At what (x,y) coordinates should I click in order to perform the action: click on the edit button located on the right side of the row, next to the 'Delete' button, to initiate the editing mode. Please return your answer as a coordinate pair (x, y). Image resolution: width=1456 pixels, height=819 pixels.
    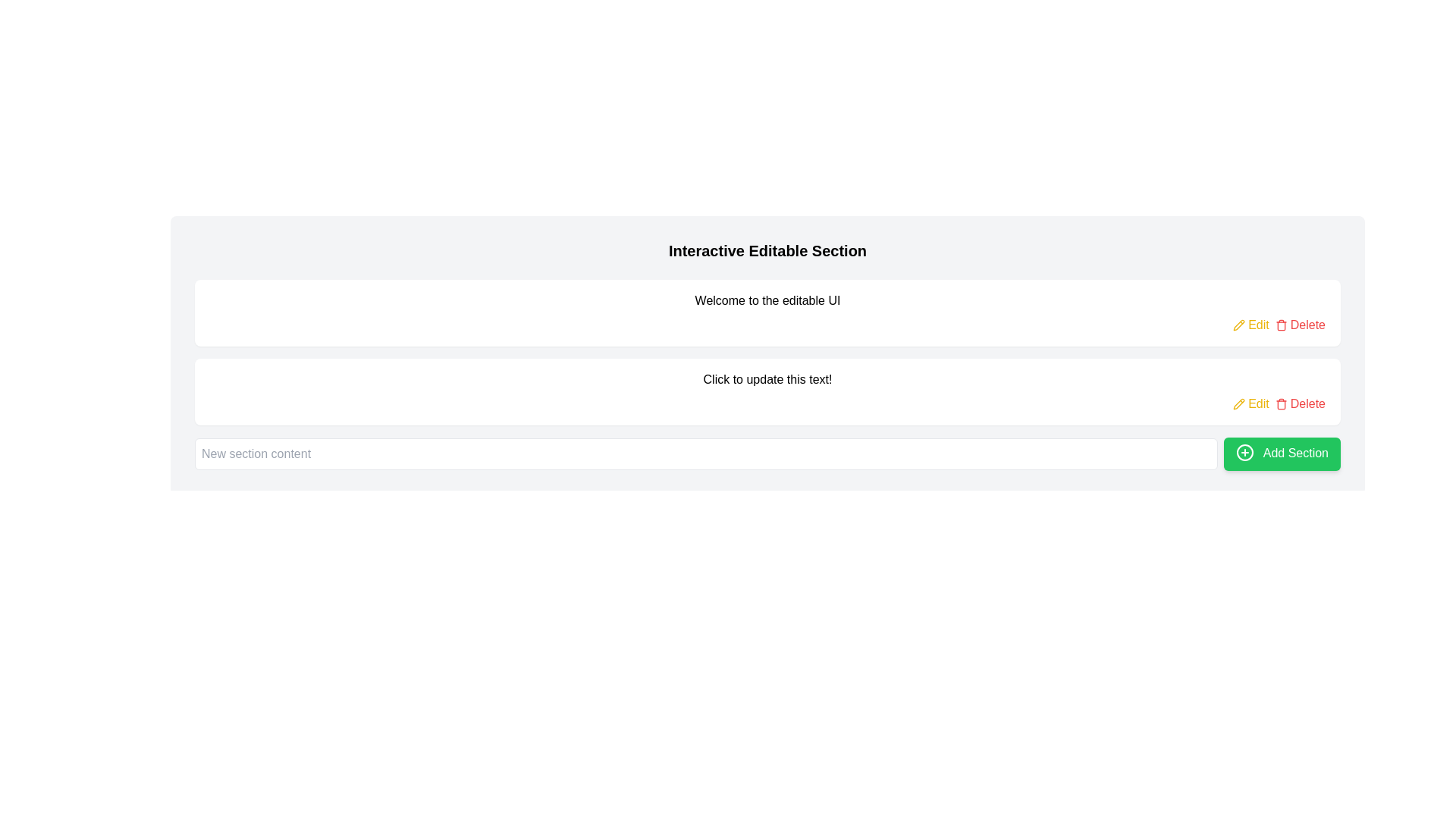
    Looking at the image, I should click on (1251, 403).